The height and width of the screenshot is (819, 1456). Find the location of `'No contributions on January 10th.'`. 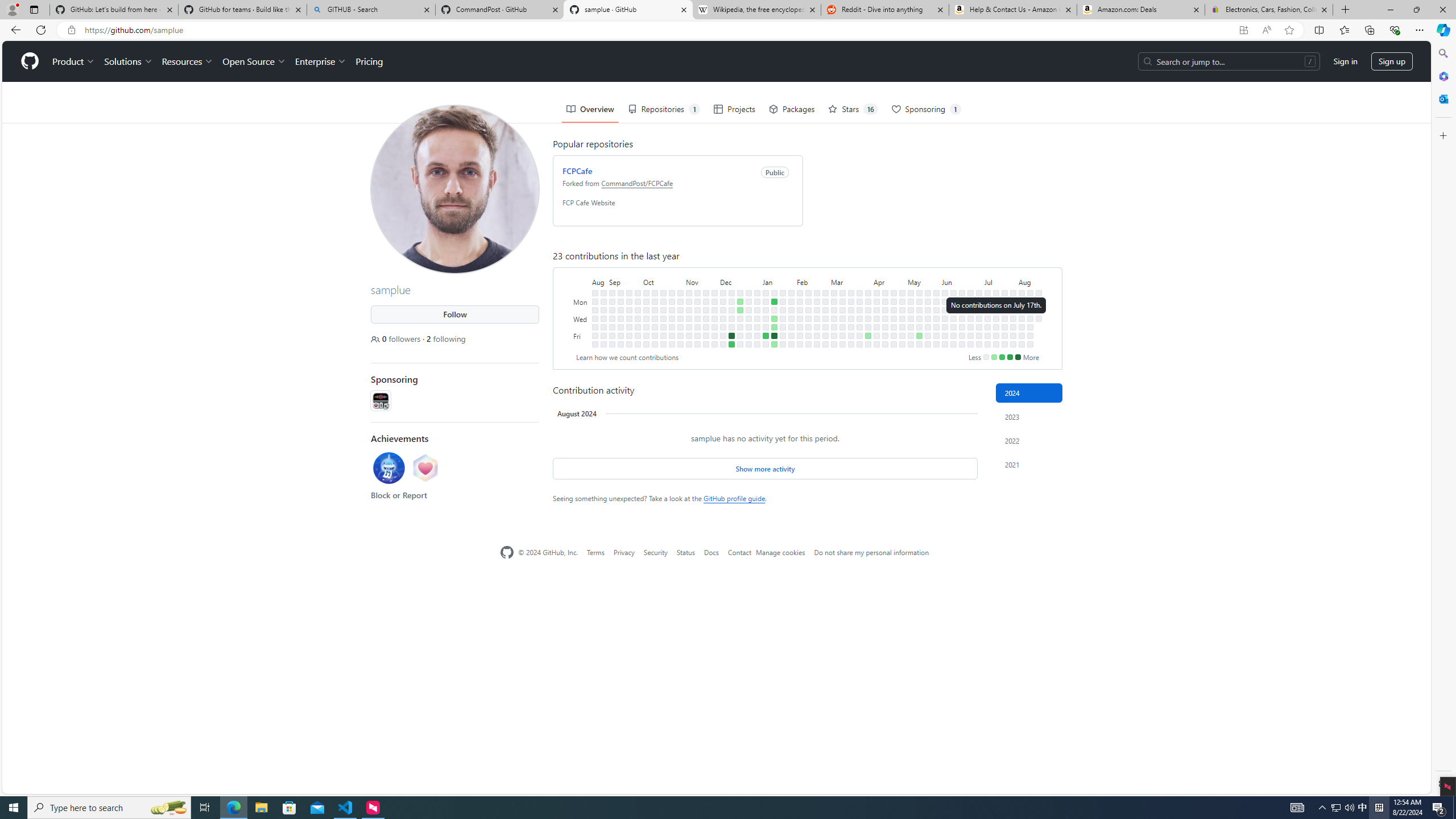

'No contributions on January 10th.' is located at coordinates (765, 318).